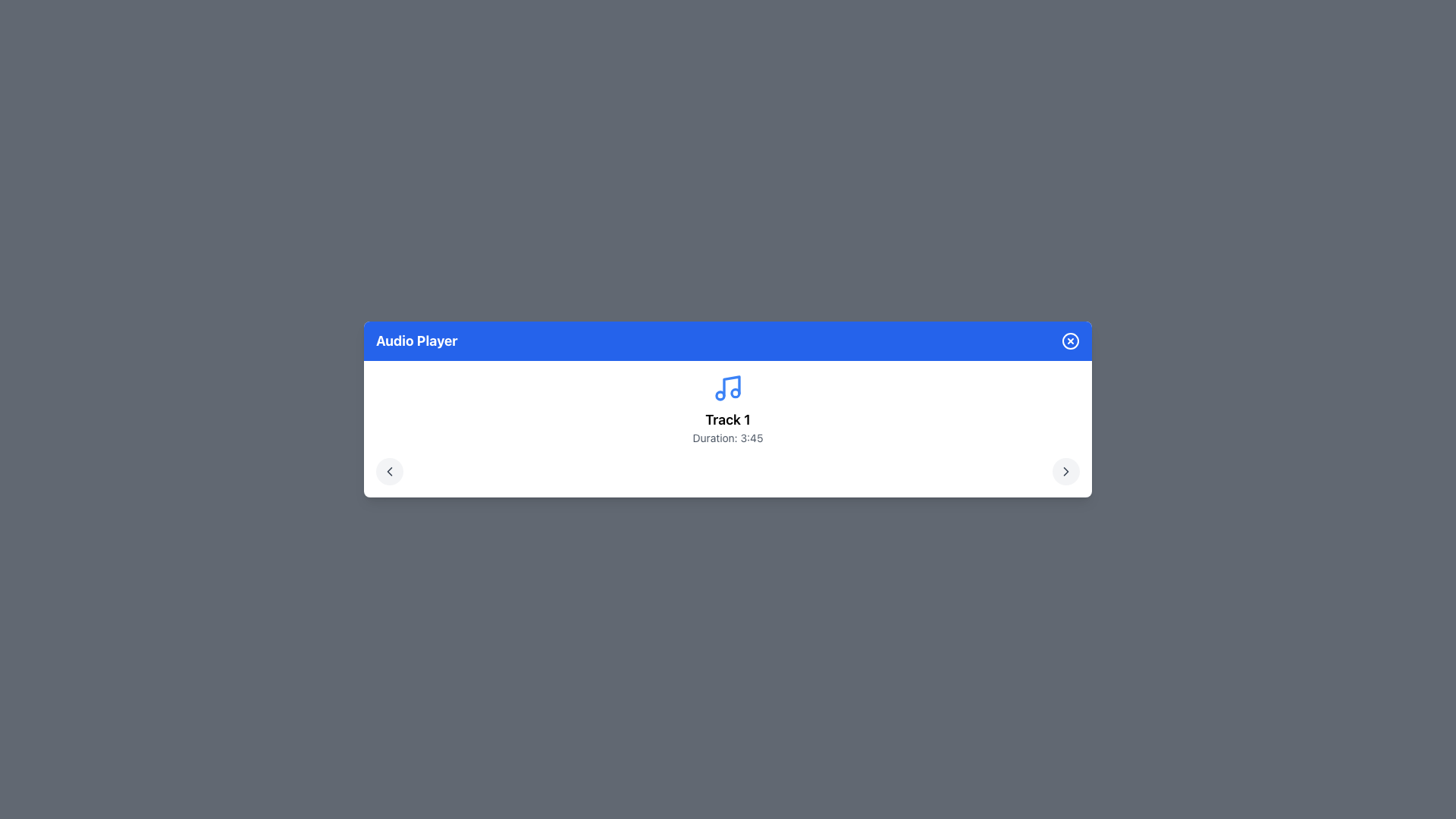 This screenshot has height=819, width=1456. Describe the element at coordinates (728, 427) in the screenshot. I see `displayed information from the Text Display Component that shows the title and duration of a track in the music-playing application interface, which is centrally positioned below the 'Audio Player' title bar` at that location.